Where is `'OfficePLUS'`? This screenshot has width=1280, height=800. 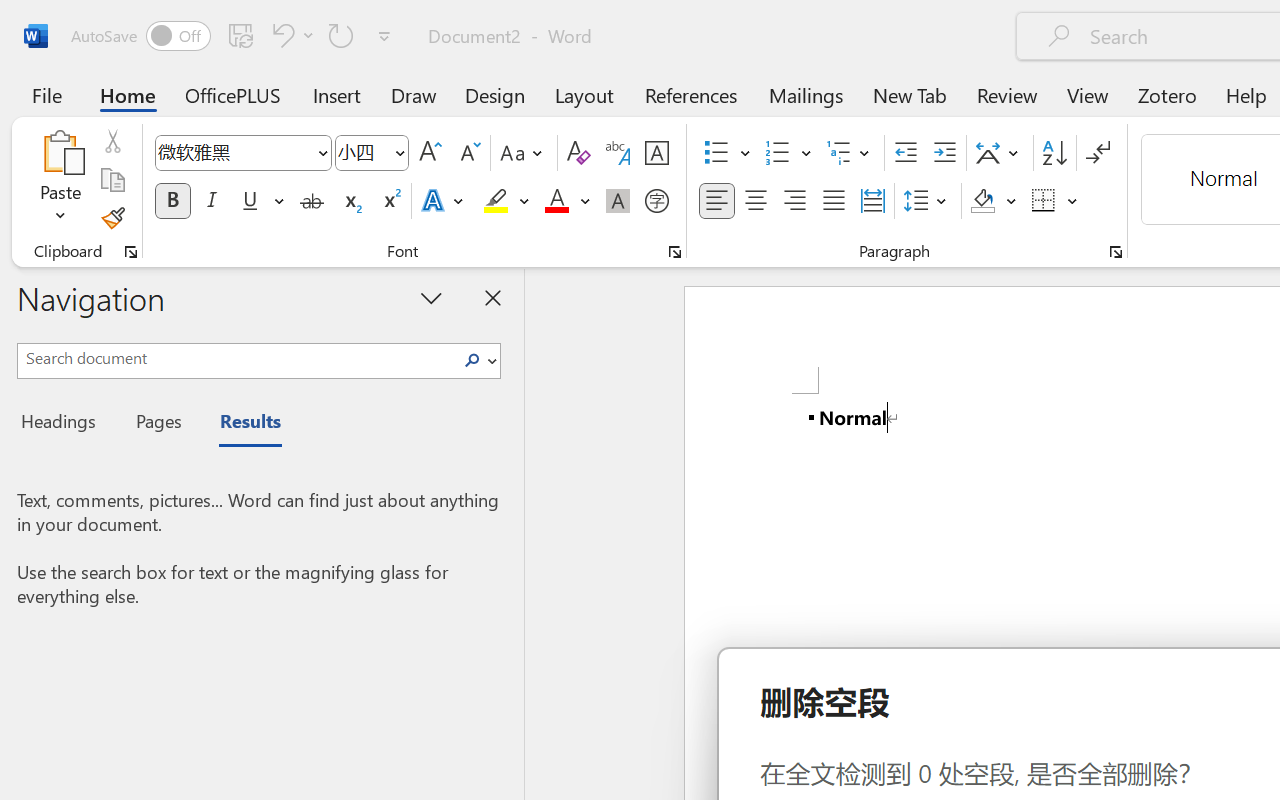
'OfficePLUS' is located at coordinates (233, 94).